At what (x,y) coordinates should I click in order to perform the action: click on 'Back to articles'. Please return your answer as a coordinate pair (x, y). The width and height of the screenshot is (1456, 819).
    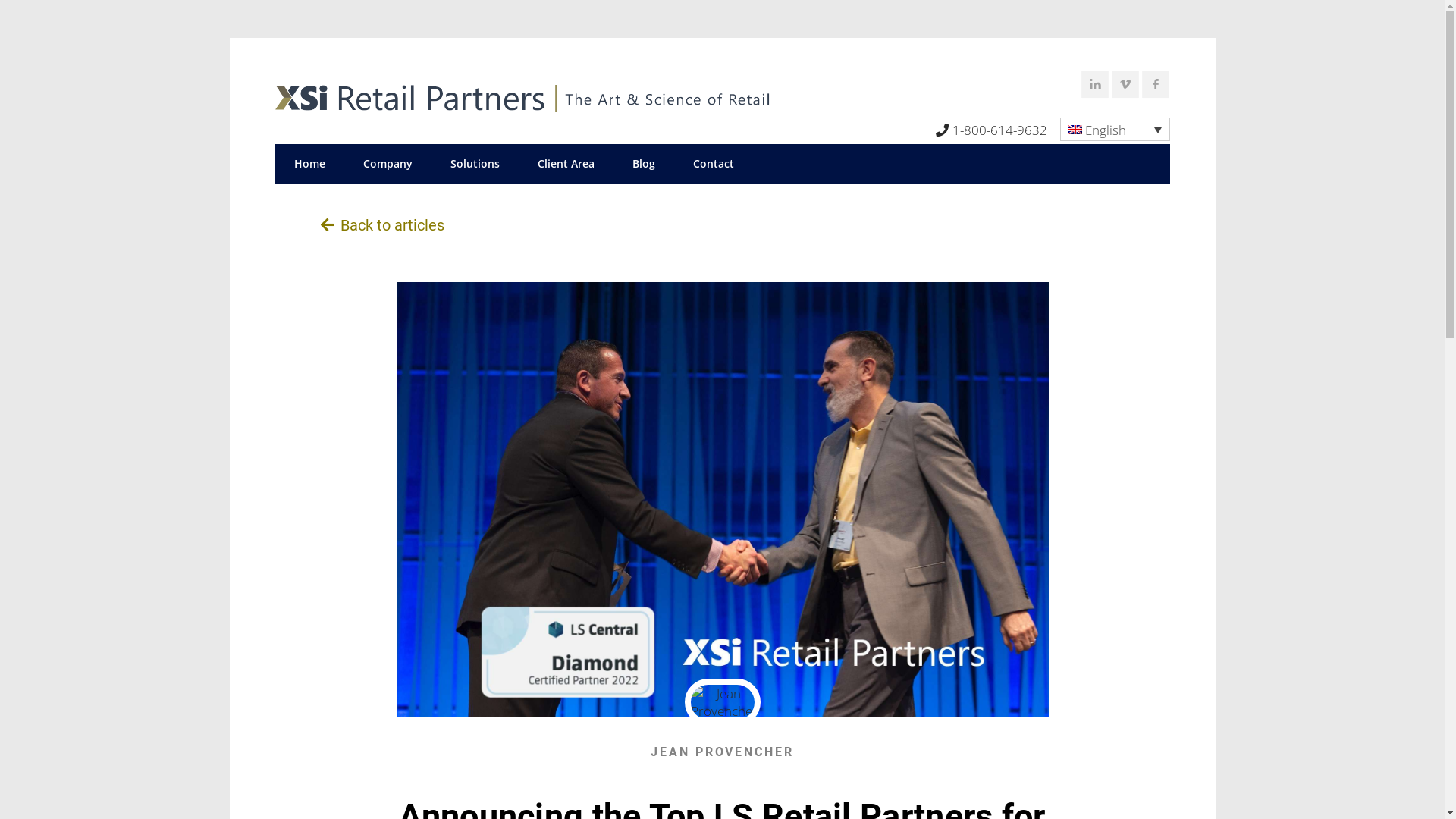
    Looking at the image, I should click on (381, 225).